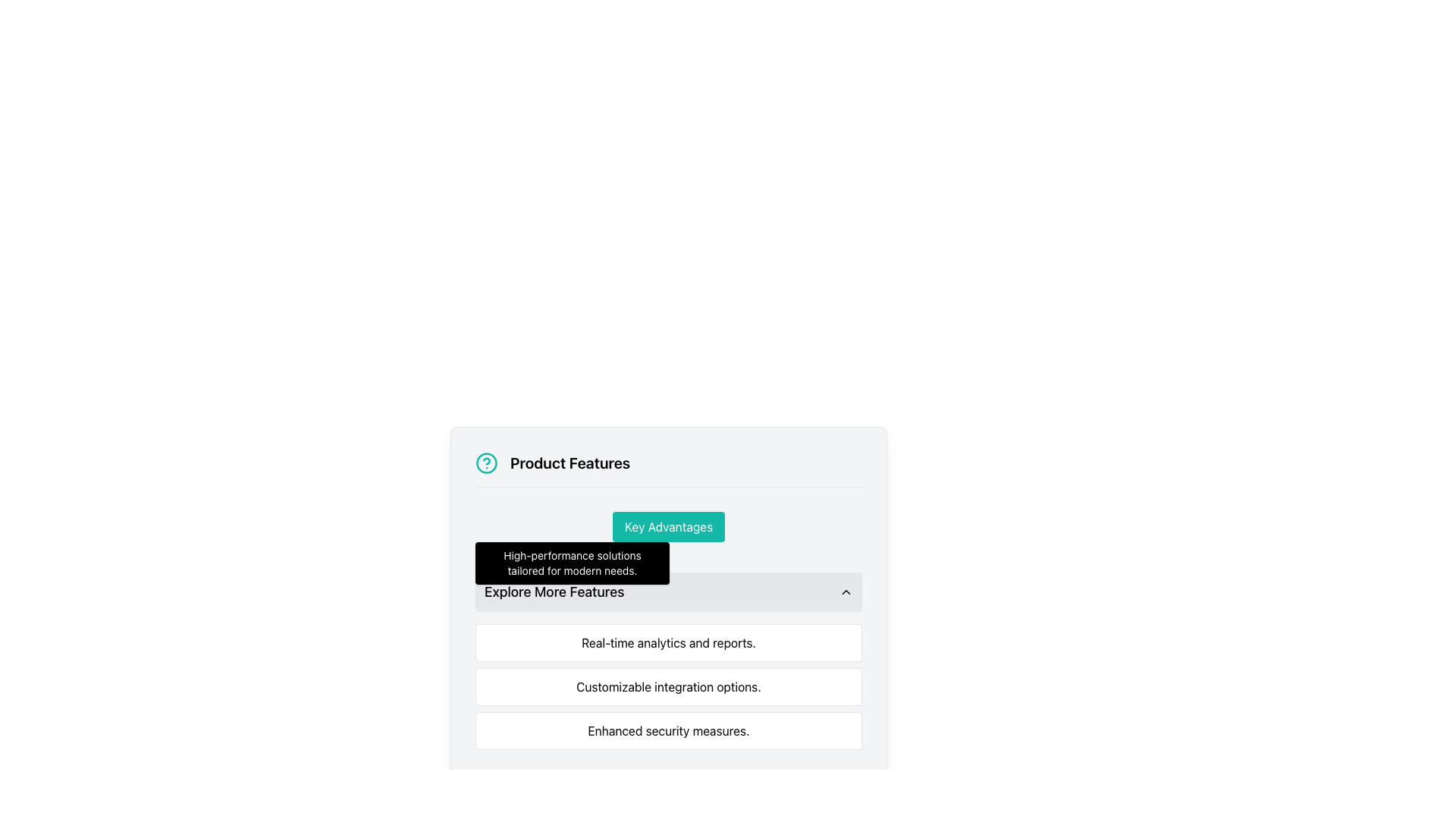  I want to click on the static text block element that displays 'Real-time analytics and reports.', which is the first of three horizontally aligned elements below the 'Explore More Features' header, so click(668, 643).